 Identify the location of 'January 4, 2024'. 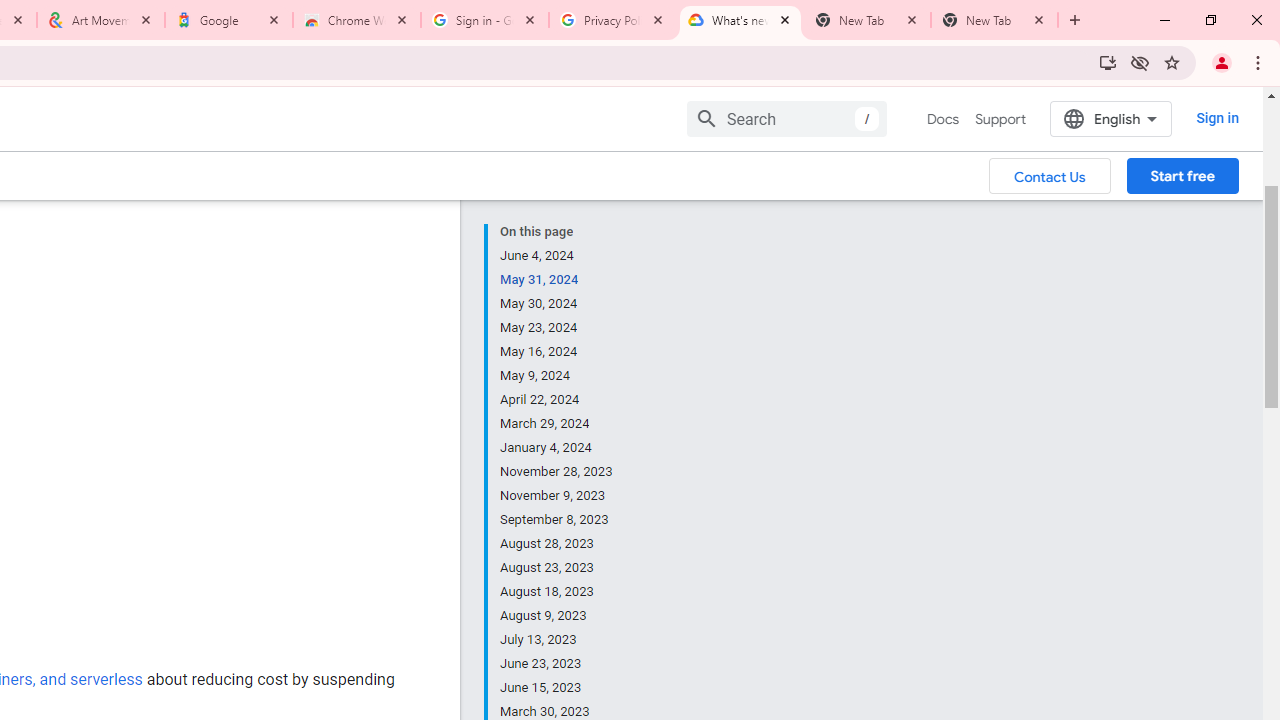
(557, 447).